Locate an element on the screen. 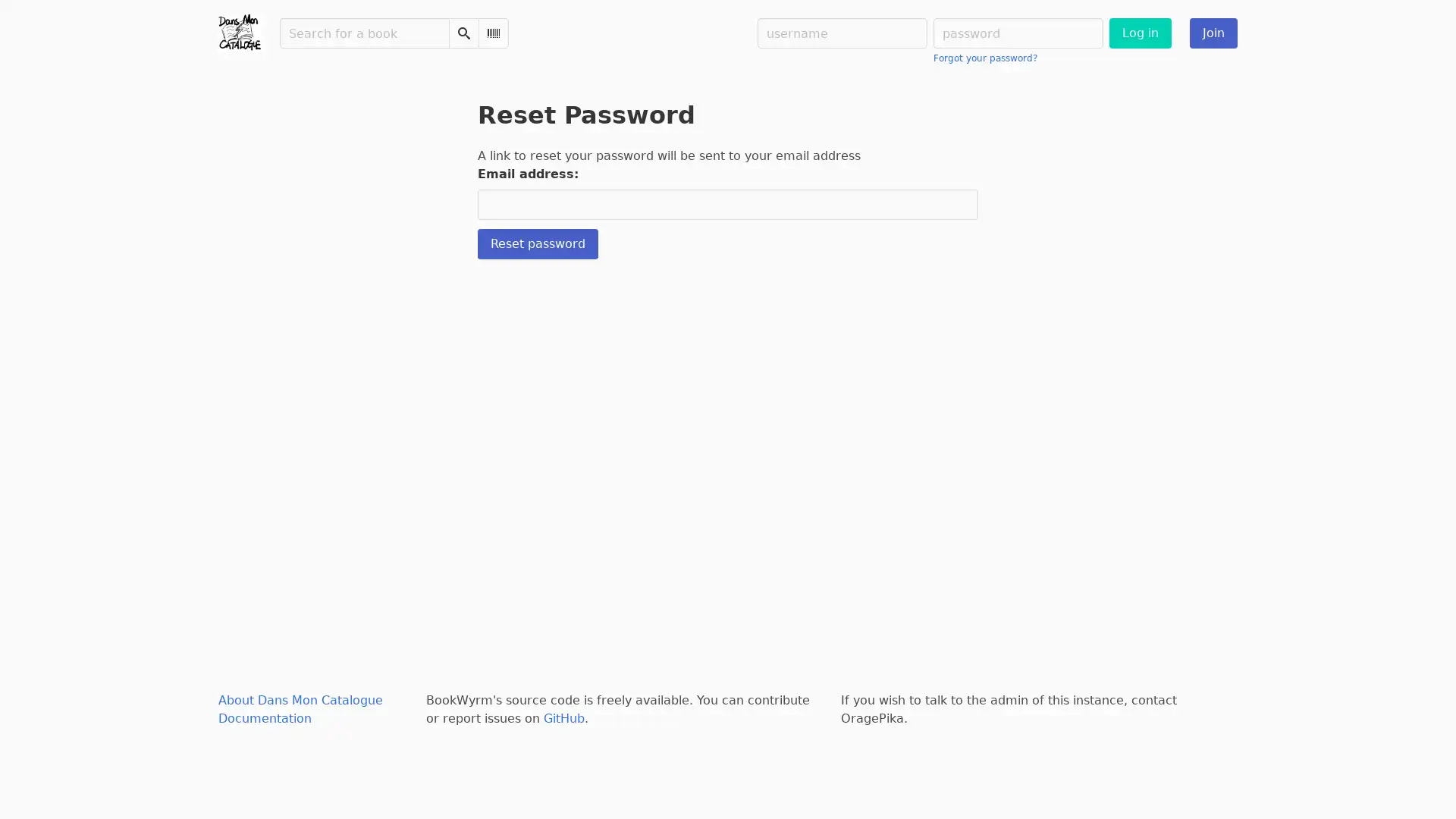 This screenshot has height=819, width=1456. Scan Barcode is located at coordinates (494, 33).